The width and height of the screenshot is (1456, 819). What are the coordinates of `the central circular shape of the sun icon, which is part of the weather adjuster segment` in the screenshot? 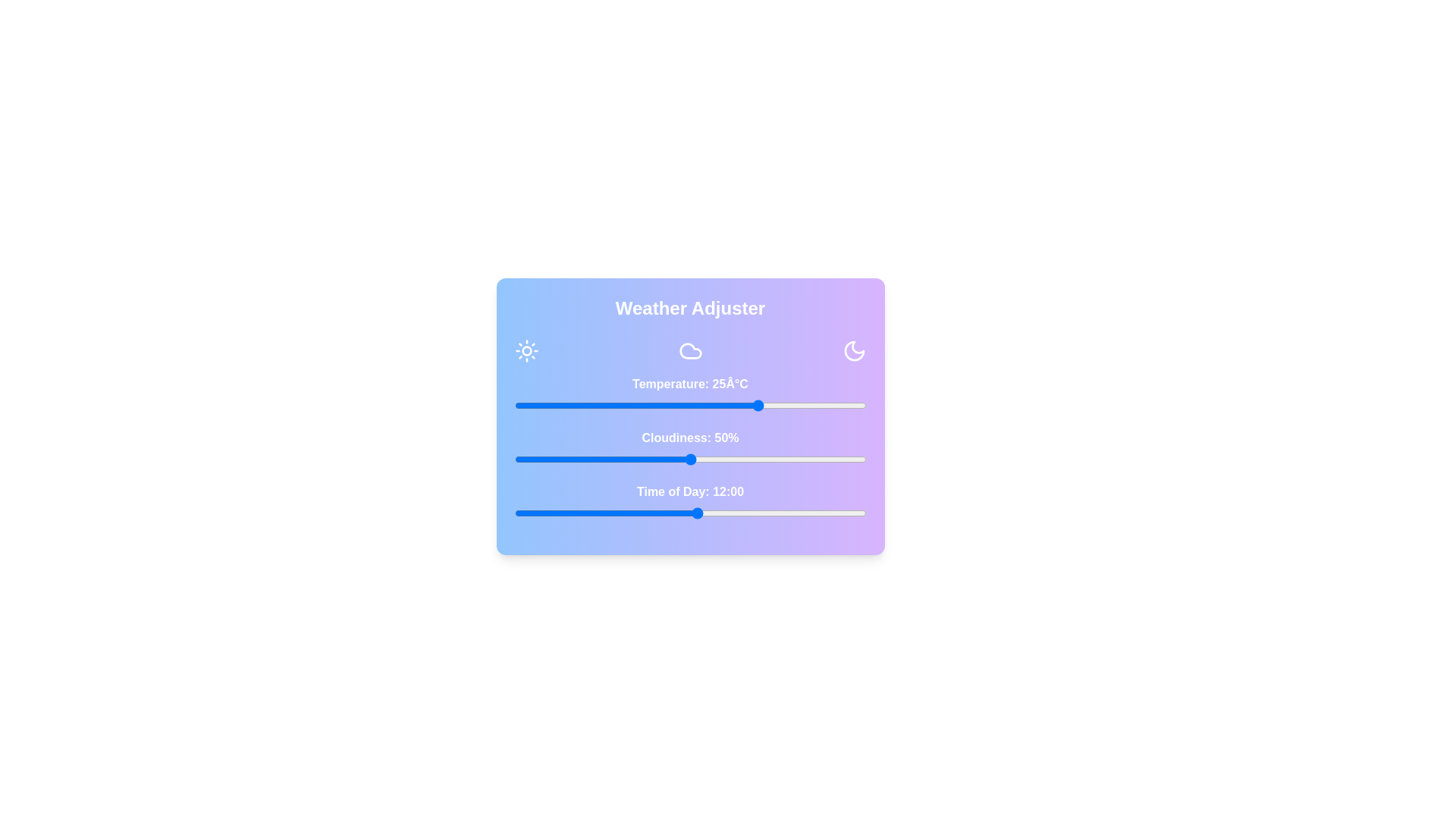 It's located at (526, 350).